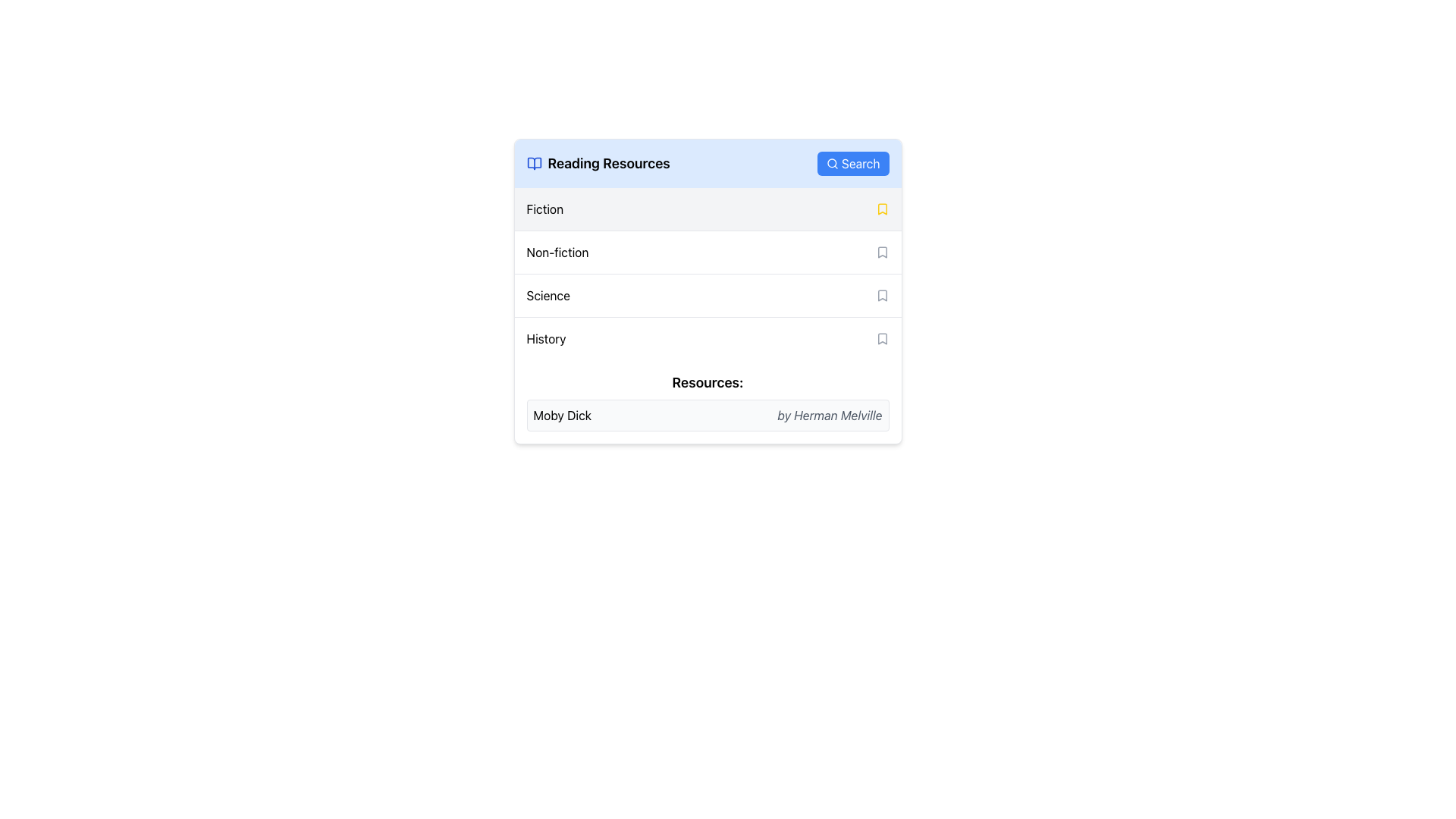  Describe the element at coordinates (598, 164) in the screenshot. I see `the Text label located in the top-left segment of a blue header bar, which is to the left of the blue 'Search' button and has an open book icon to its left` at that location.